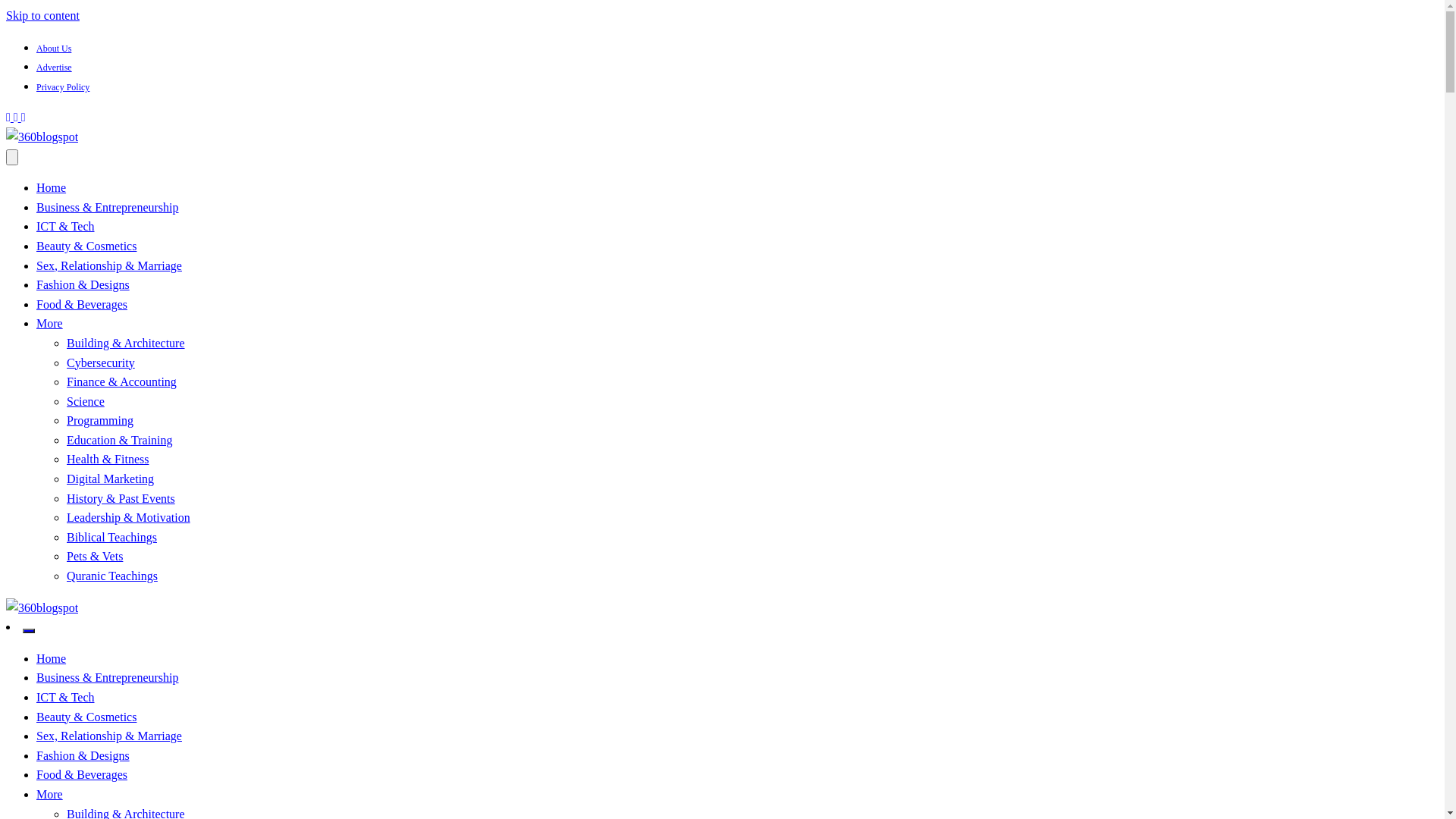 Image resolution: width=1456 pixels, height=819 pixels. Describe the element at coordinates (93, 556) in the screenshot. I see `'Pets & Vets'` at that location.